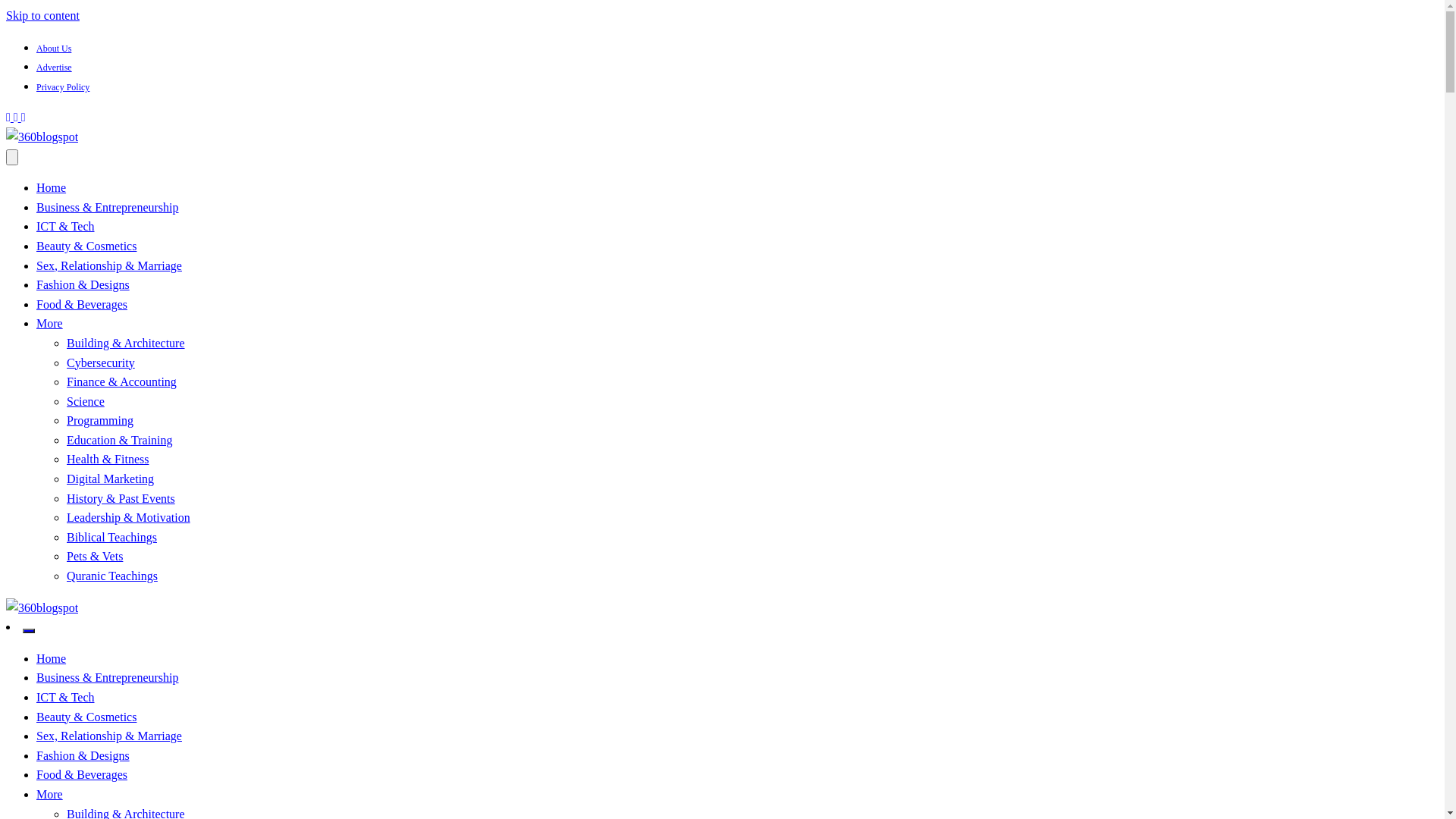 Image resolution: width=1456 pixels, height=819 pixels. Describe the element at coordinates (93, 556) in the screenshot. I see `'Pets & Vets'` at that location.